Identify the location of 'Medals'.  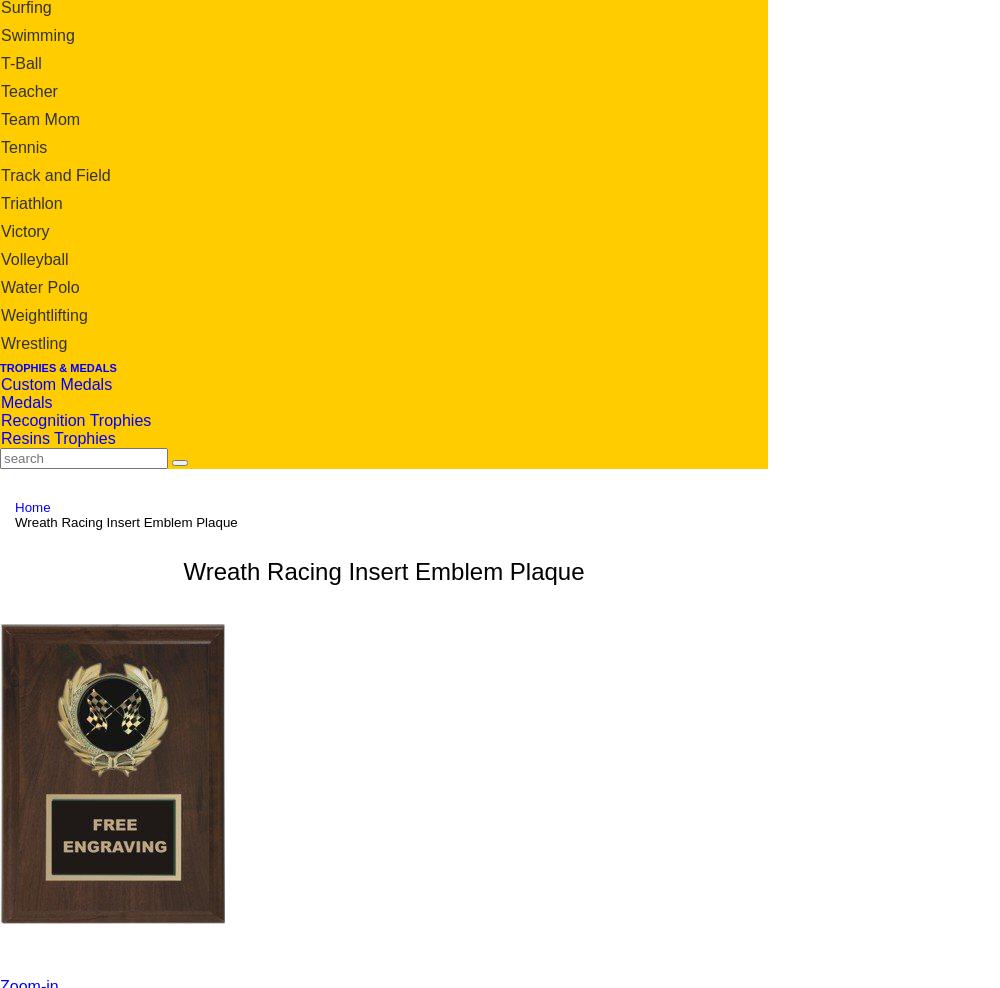
(26, 400).